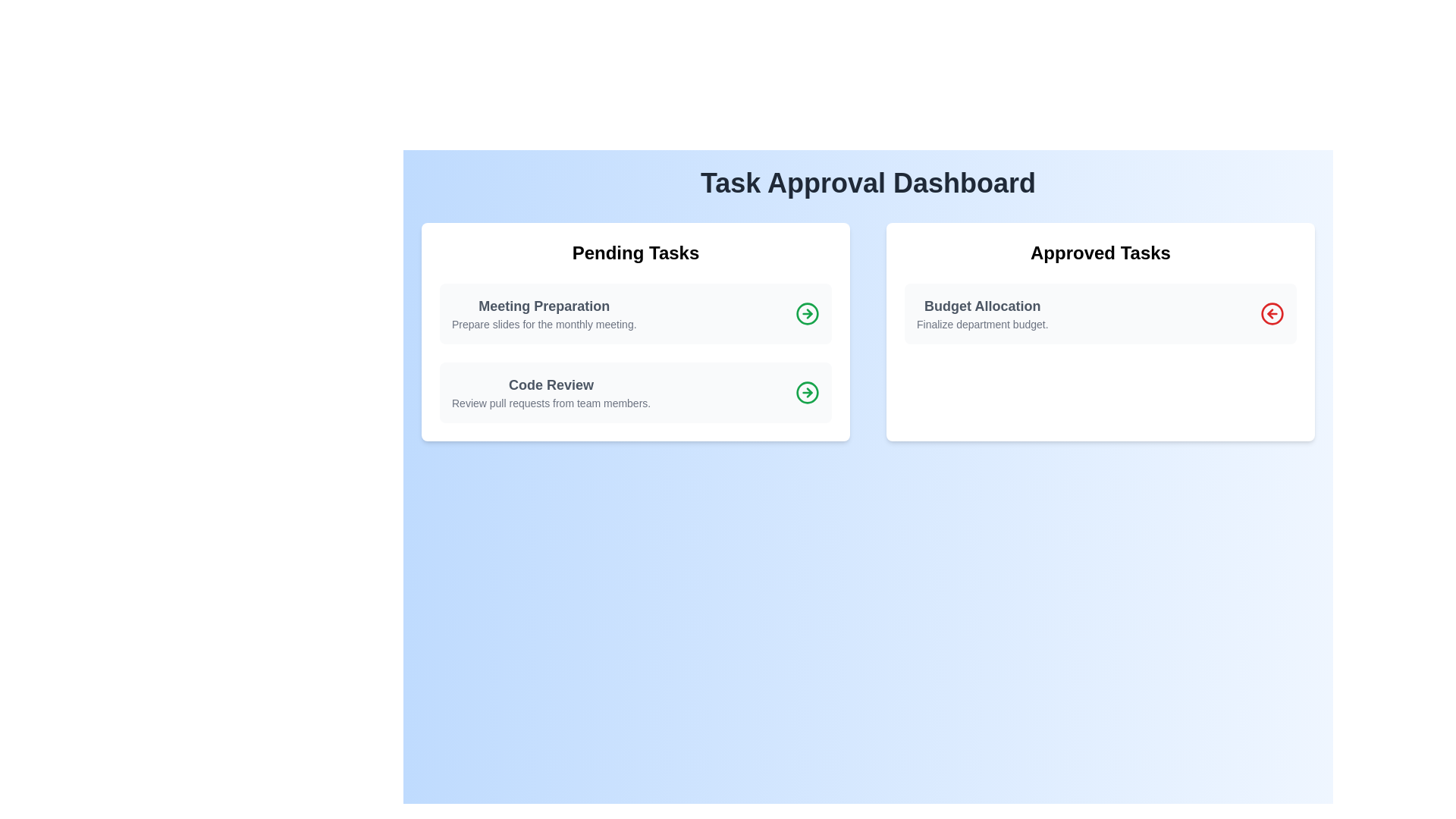 The height and width of the screenshot is (819, 1456). Describe the element at coordinates (544, 324) in the screenshot. I see `the text label that reads 'Prepare slides for the monthly meeting.' in grey font located at the bottom of the 'Meeting Preparation' section in the 'Pending Tasks' card` at that location.